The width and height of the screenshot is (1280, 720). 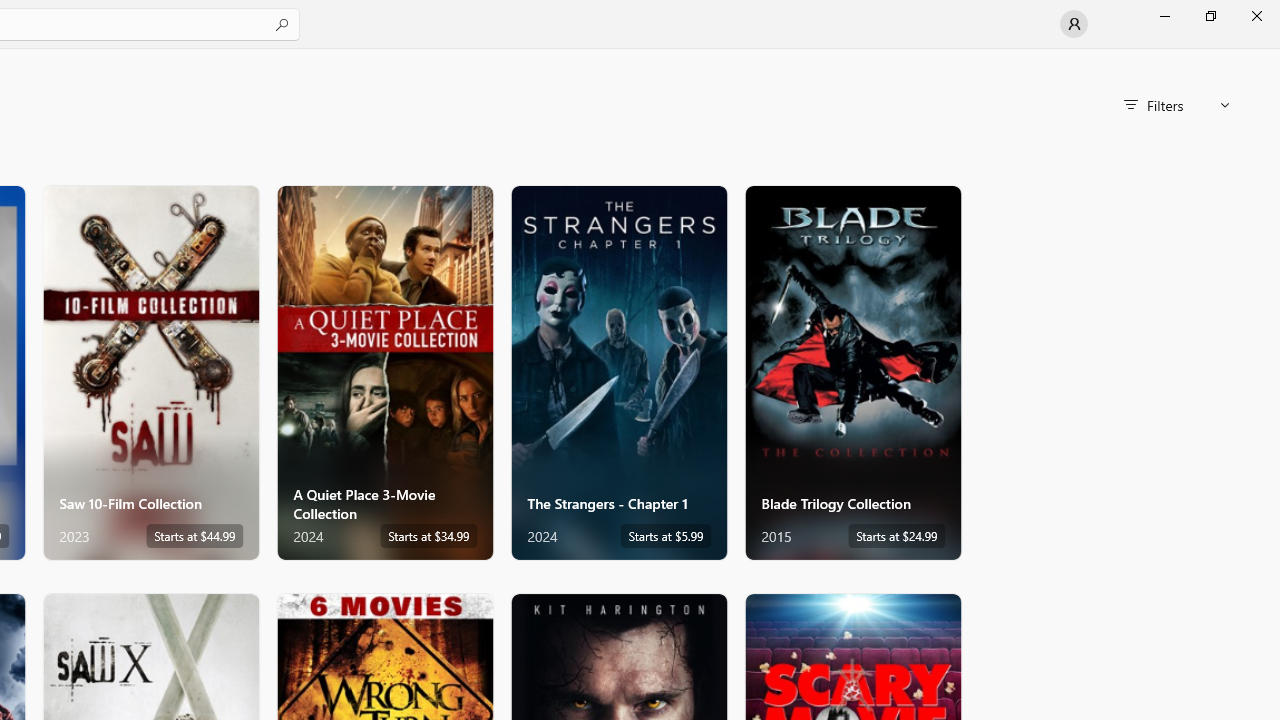 I want to click on 'Filters', so click(x=1176, y=105).